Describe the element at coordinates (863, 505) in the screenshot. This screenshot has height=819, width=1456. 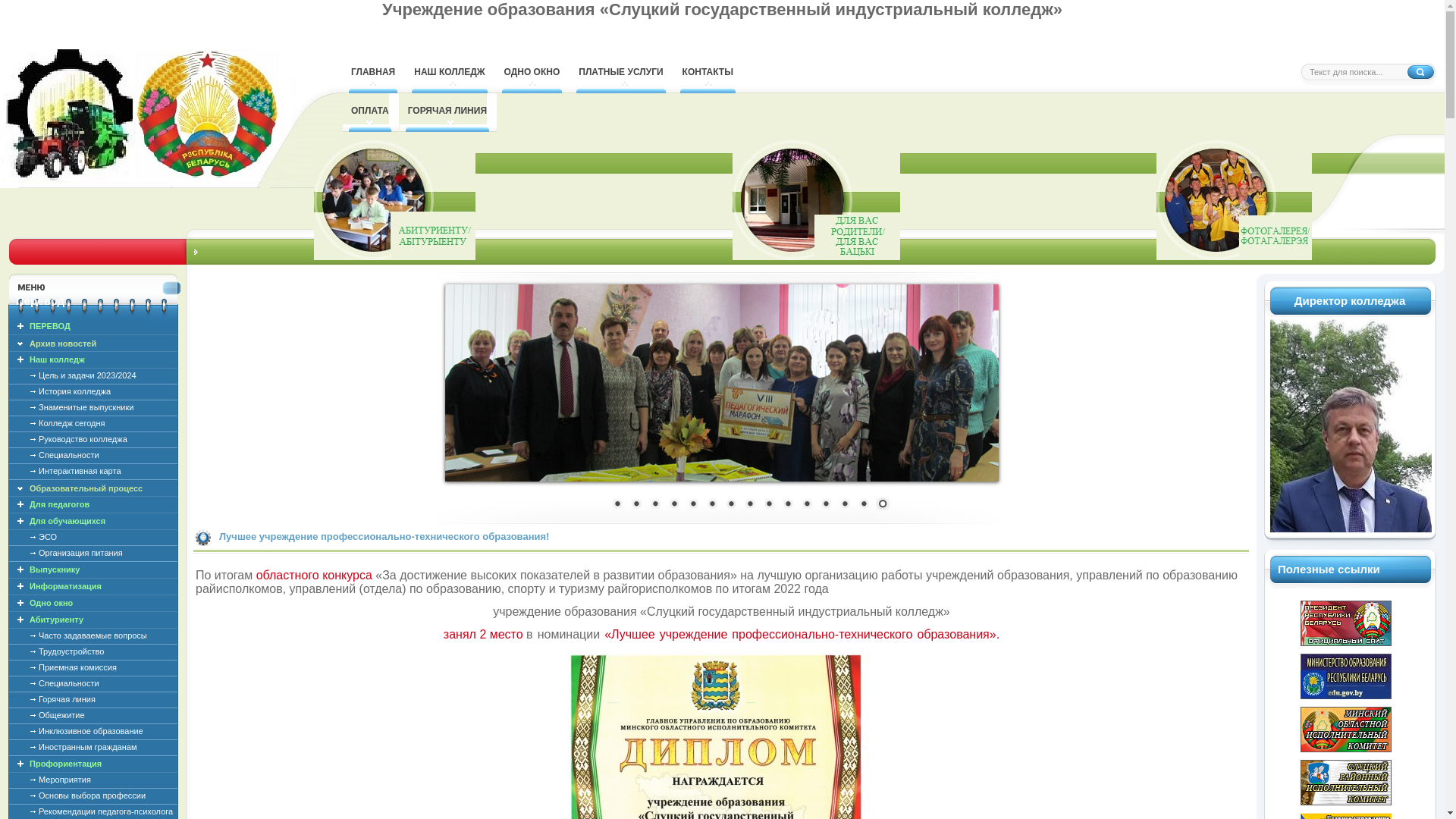
I see `'14'` at that location.